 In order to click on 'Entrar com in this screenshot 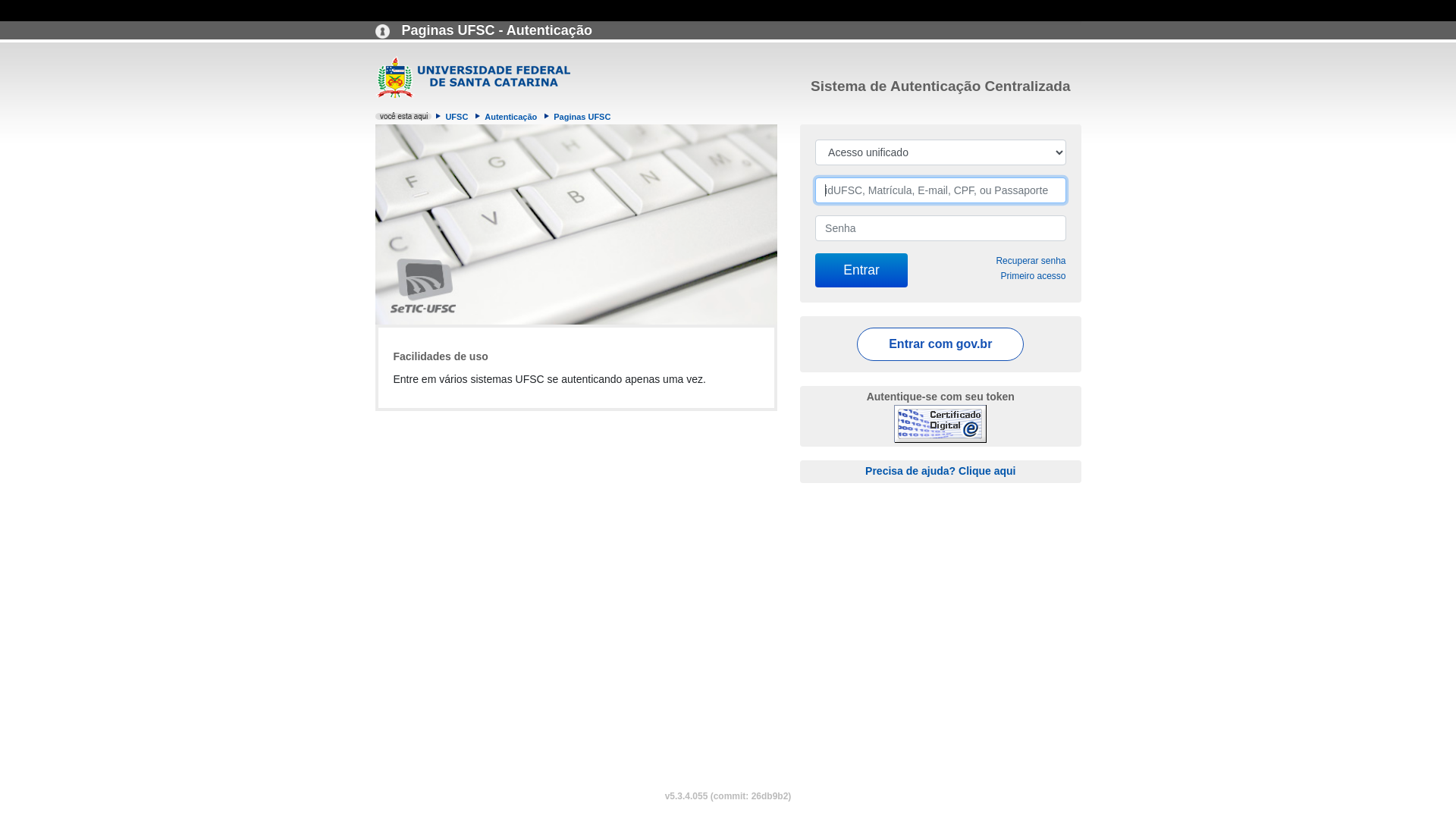, I will do `click(939, 344)`.